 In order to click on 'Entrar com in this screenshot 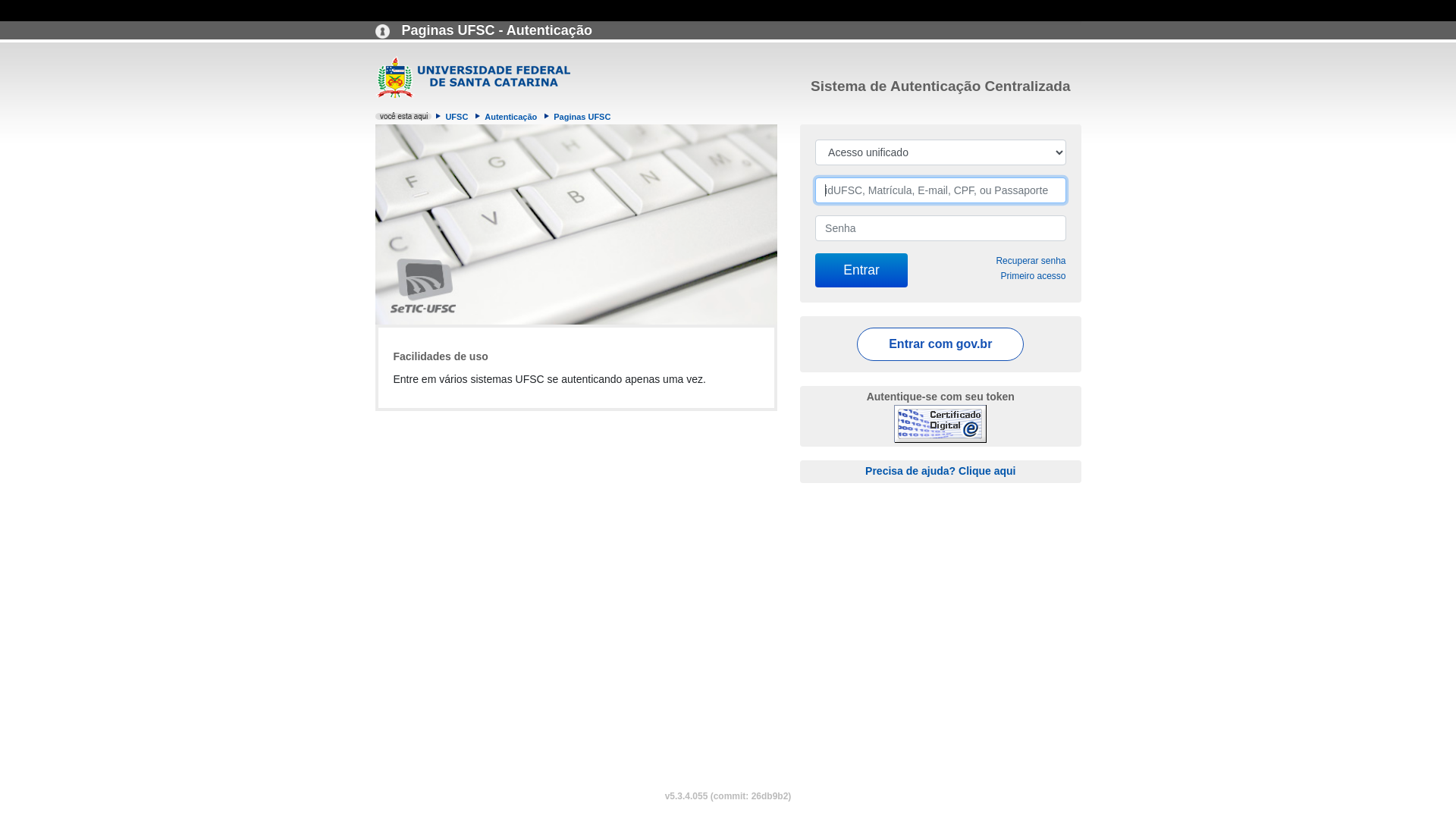, I will do `click(939, 344)`.